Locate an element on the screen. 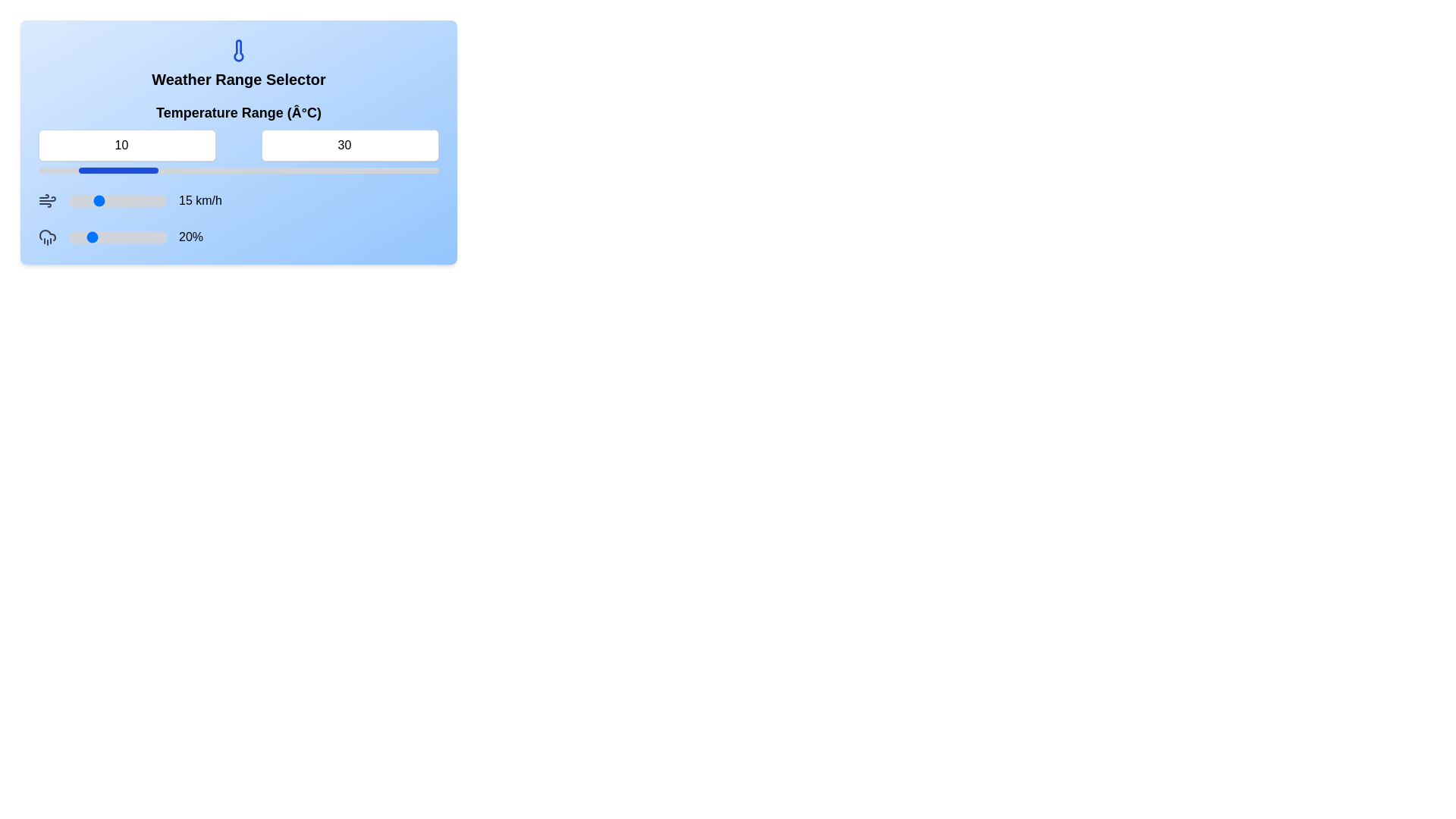  the Numeric Input Field displaying '30' is located at coordinates (349, 146).